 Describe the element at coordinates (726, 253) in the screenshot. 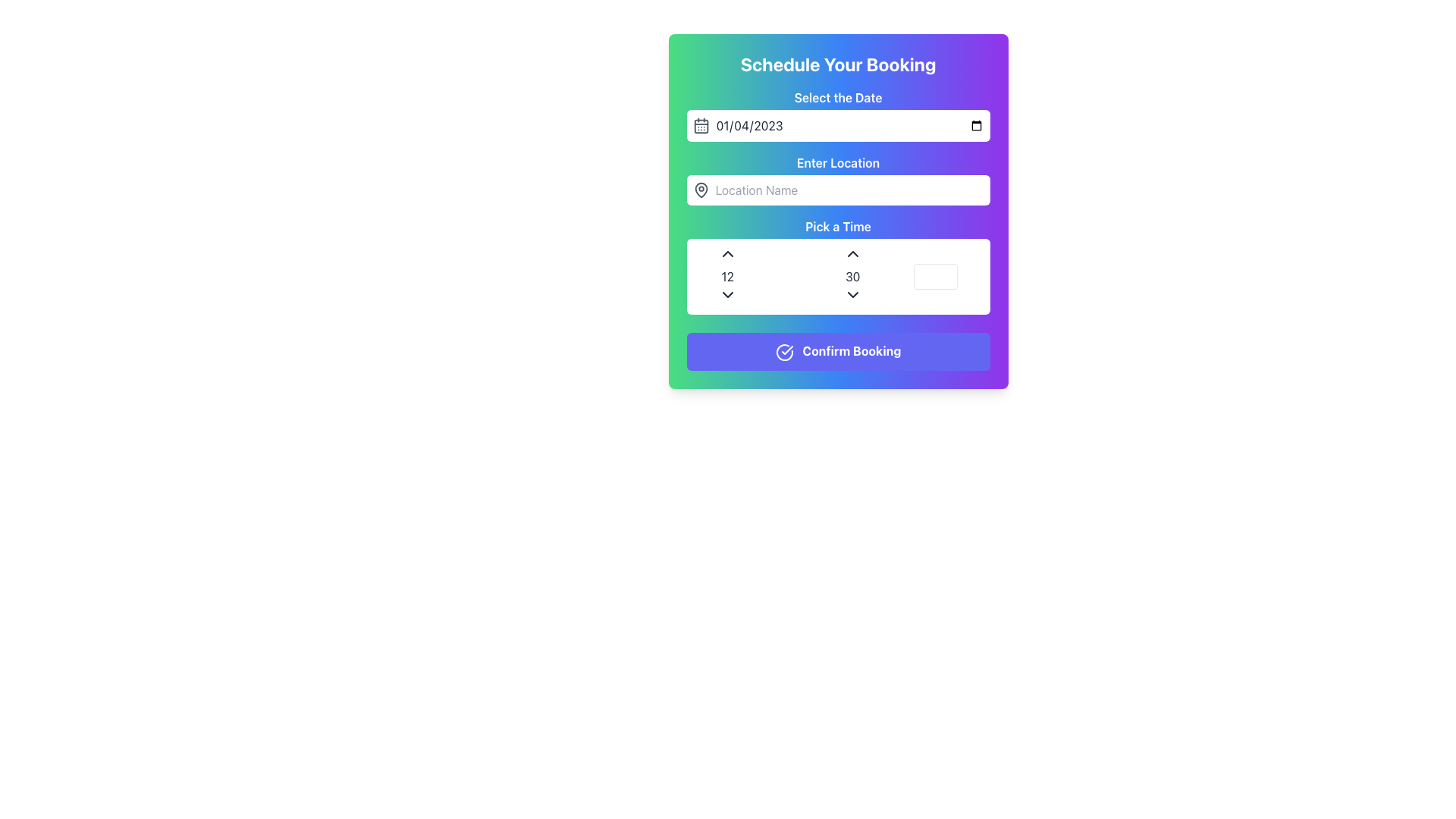

I see `the upward-pointing chevron icon button to increment the value displayed below, which is '12'` at that location.